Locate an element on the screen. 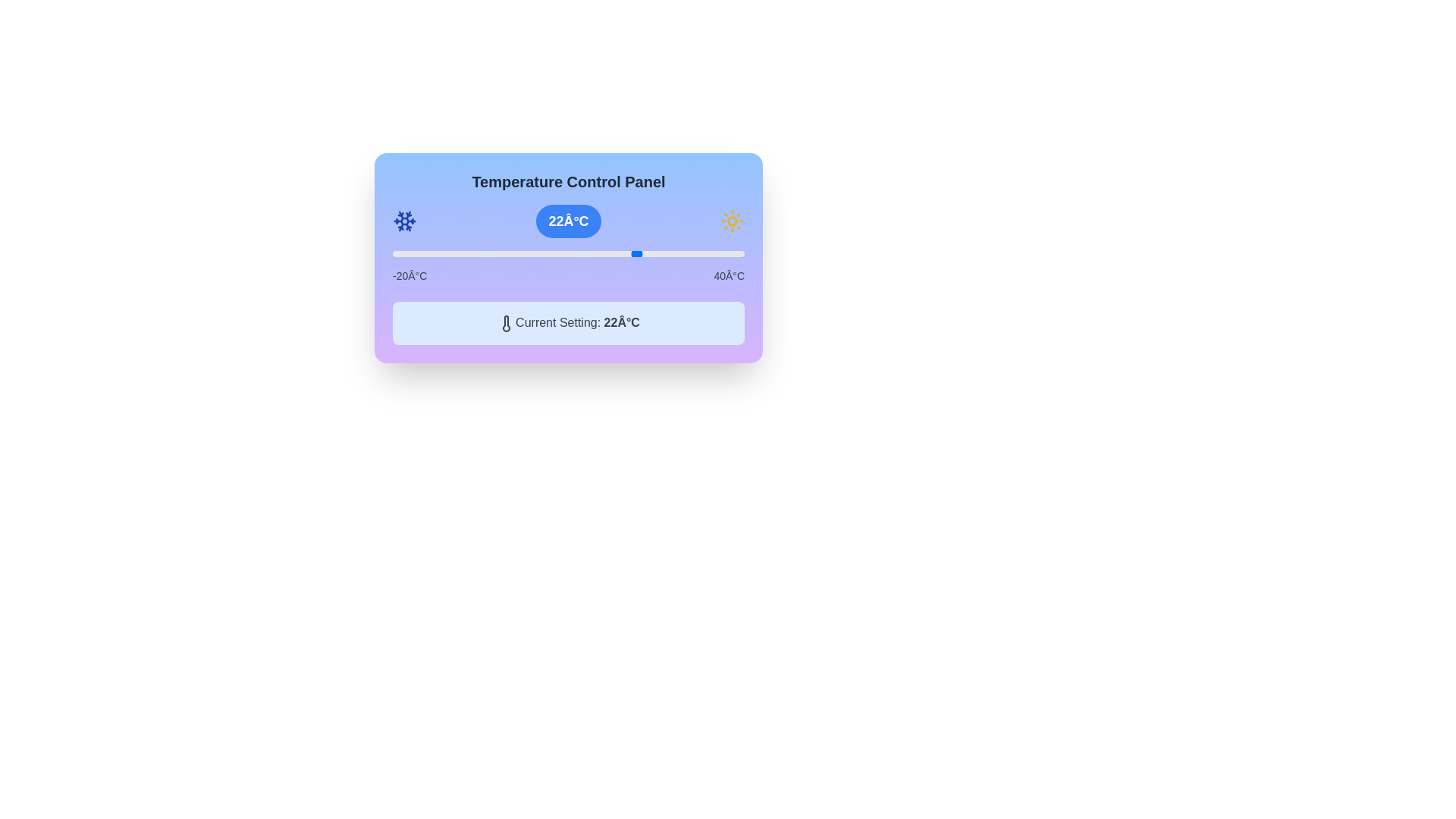 This screenshot has height=819, width=1456. the slider to set the temperature to 19°C is located at coordinates (621, 253).